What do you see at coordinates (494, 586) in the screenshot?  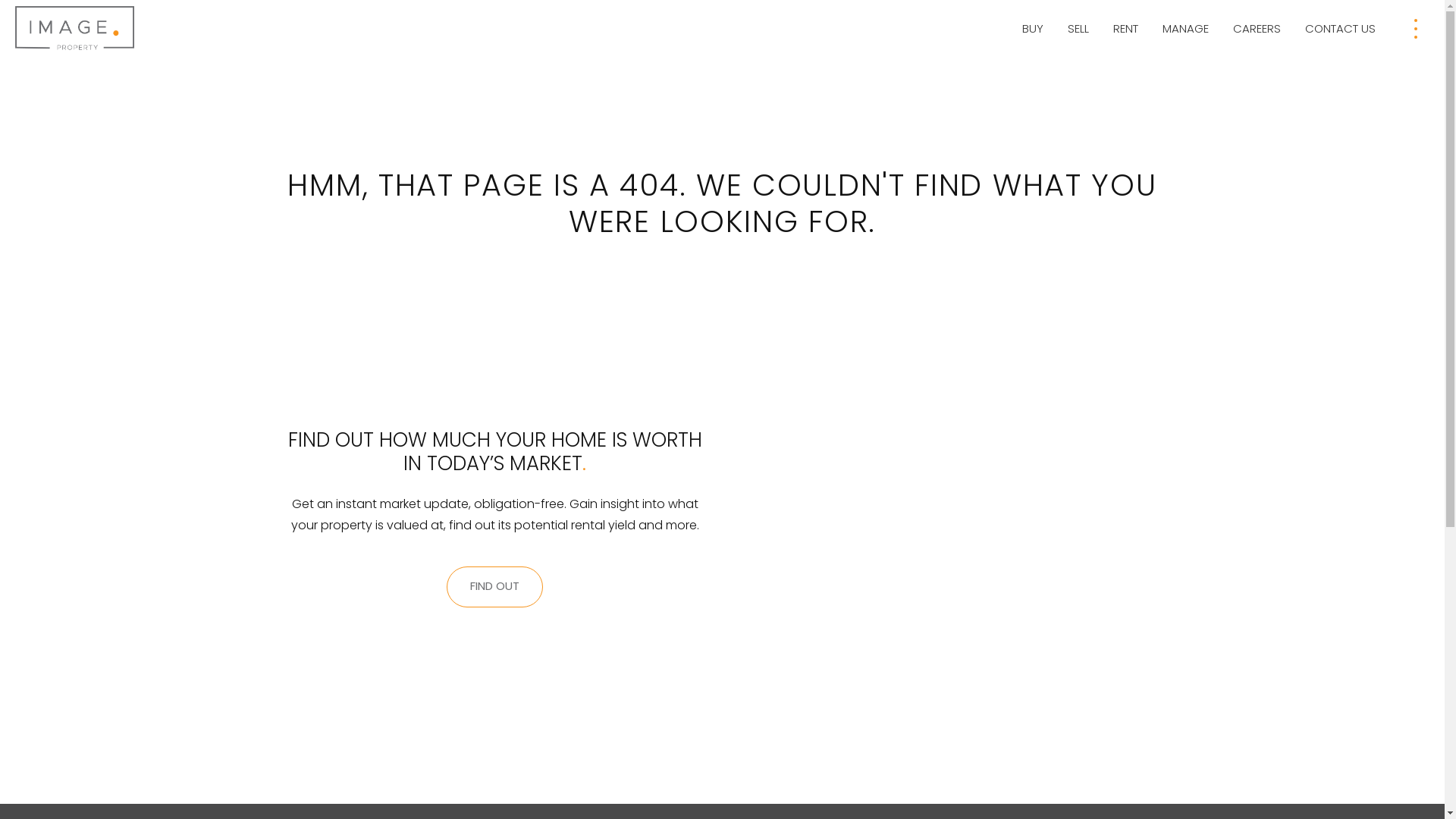 I see `'FIND OUT'` at bounding box center [494, 586].